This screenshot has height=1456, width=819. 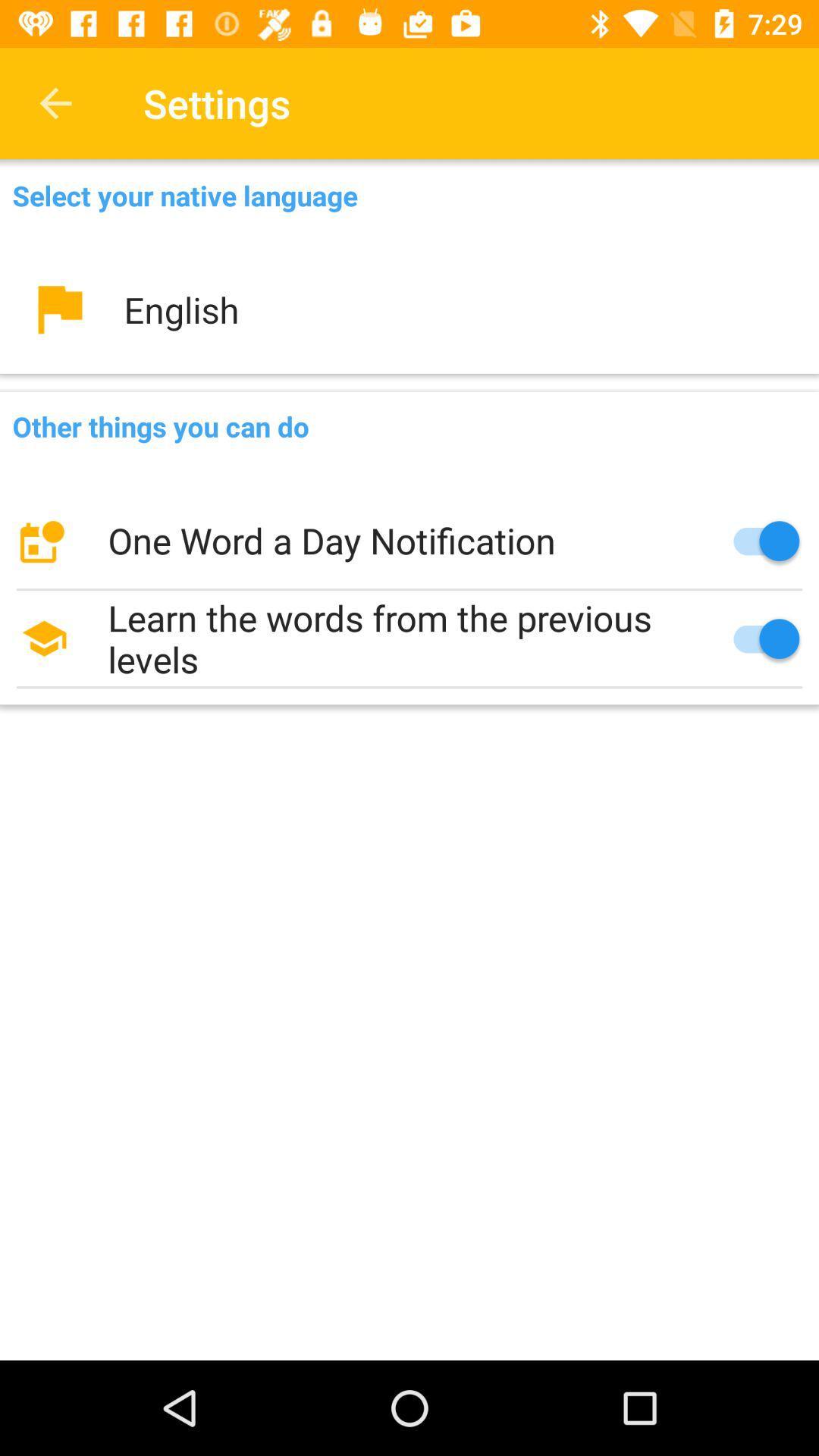 I want to click on the learn the words, so click(x=409, y=639).